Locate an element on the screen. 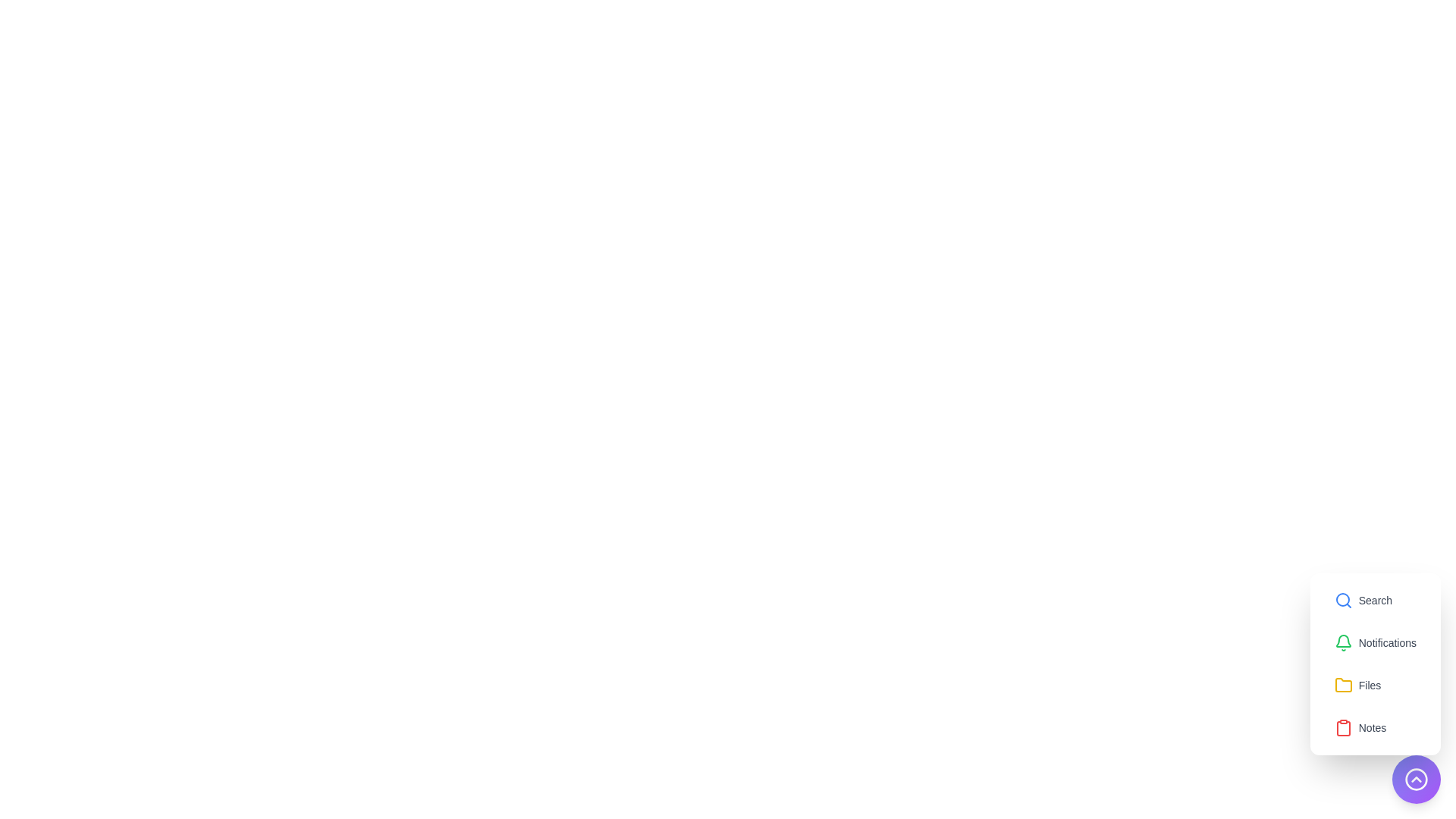 The width and height of the screenshot is (1456, 819). the option Notes from the list is located at coordinates (1360, 727).